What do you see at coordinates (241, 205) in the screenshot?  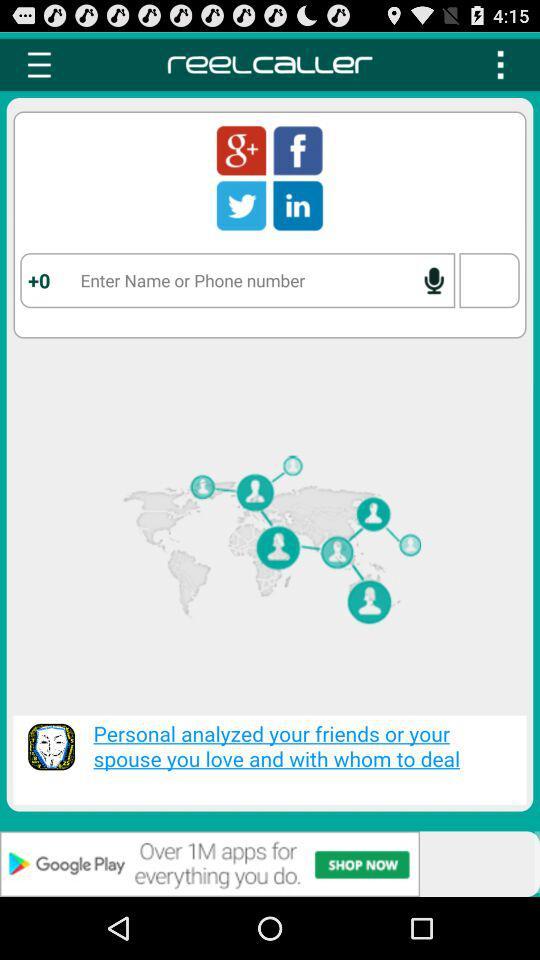 I see `twitter` at bounding box center [241, 205].